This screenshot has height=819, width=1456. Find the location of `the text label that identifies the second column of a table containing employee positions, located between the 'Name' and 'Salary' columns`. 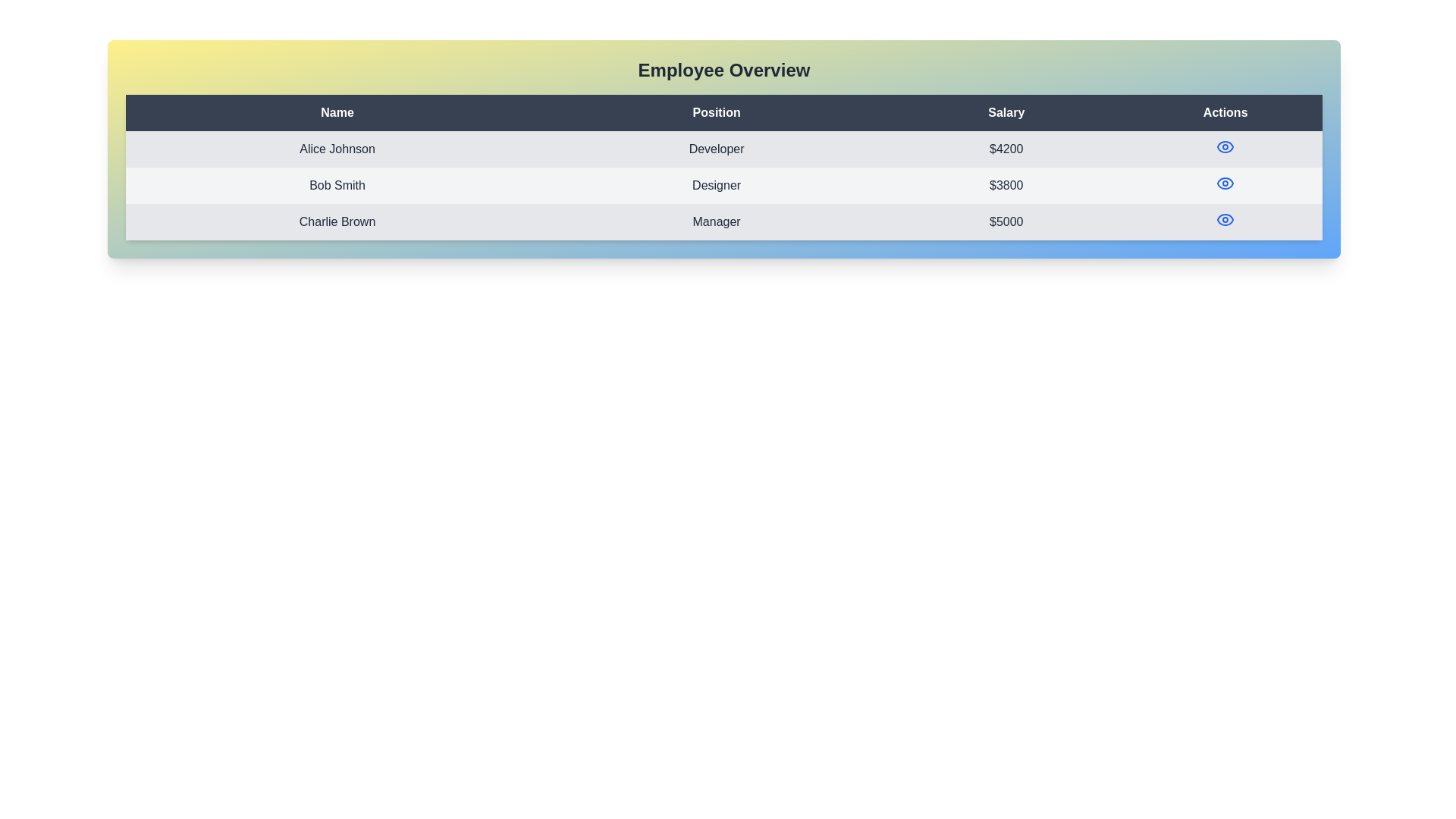

the text label that identifies the second column of a table containing employee positions, located between the 'Name' and 'Salary' columns is located at coordinates (716, 112).